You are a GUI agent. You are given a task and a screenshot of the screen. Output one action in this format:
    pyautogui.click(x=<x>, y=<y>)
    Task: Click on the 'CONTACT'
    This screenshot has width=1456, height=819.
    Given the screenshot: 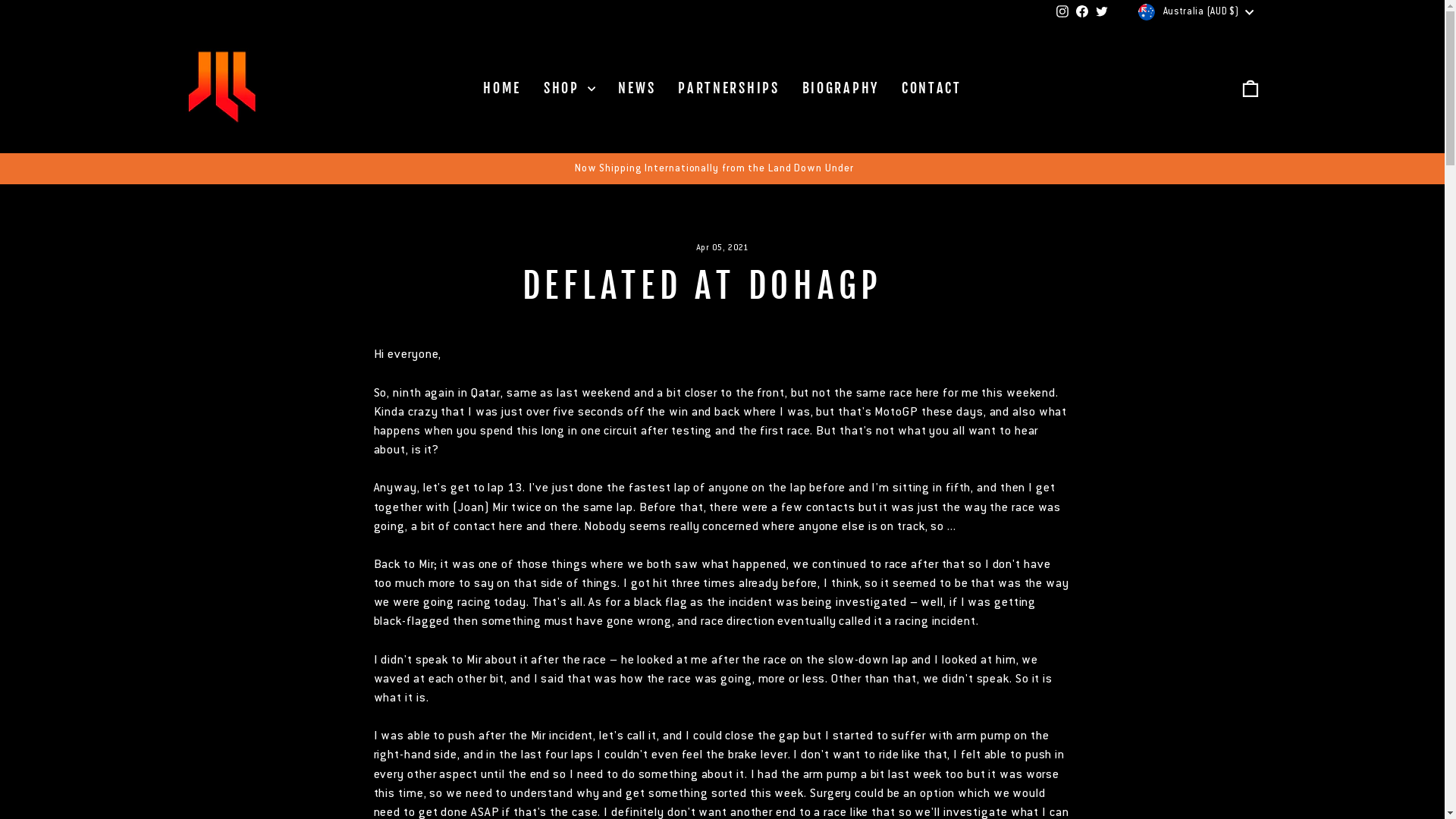 What is the action you would take?
    pyautogui.click(x=930, y=89)
    